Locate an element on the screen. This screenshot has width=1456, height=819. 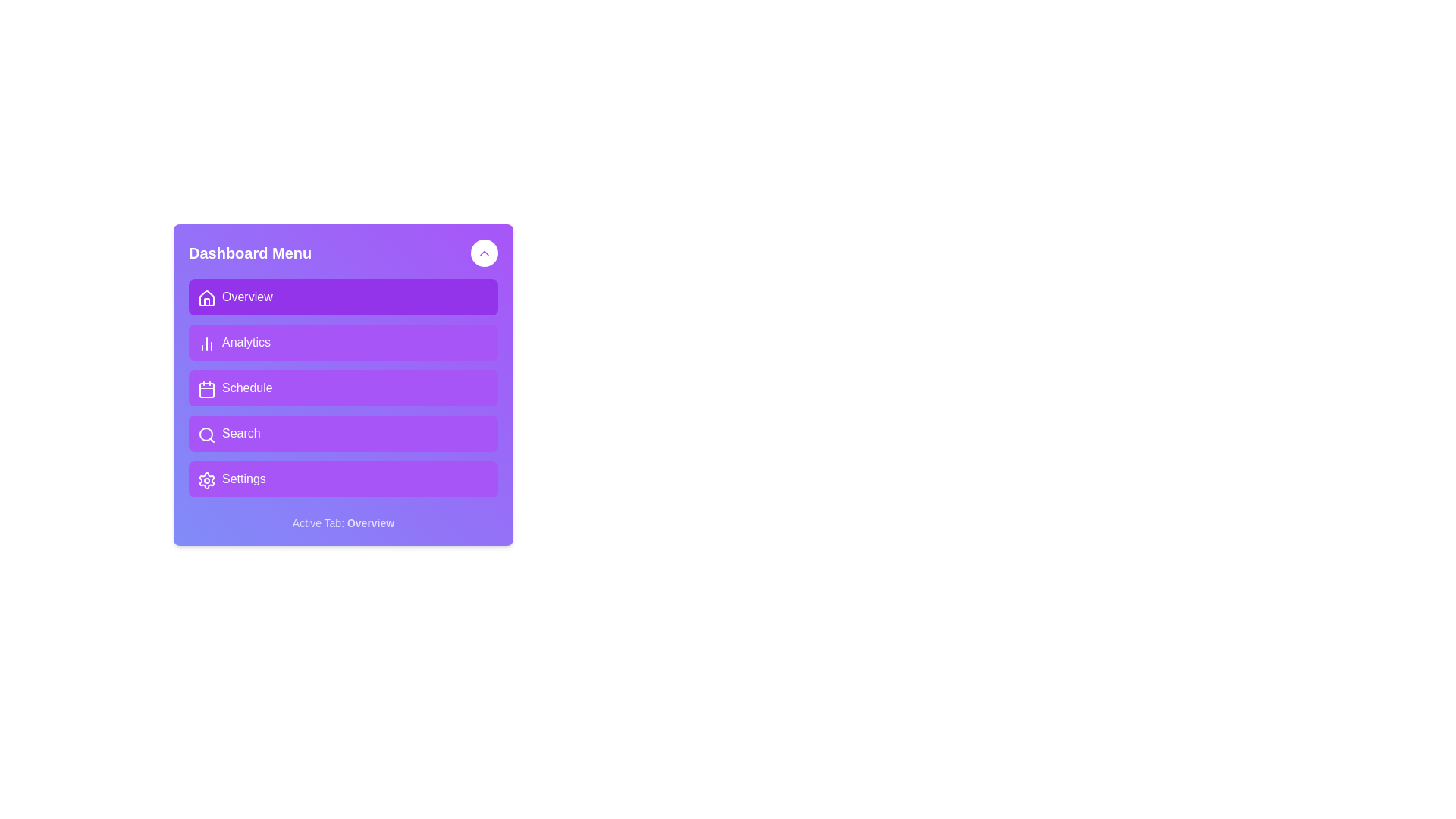
the circular button with a purple upward arrow icon at the center, located in the top-right corner of the 'Dashboard Menu' header bar is located at coordinates (483, 253).